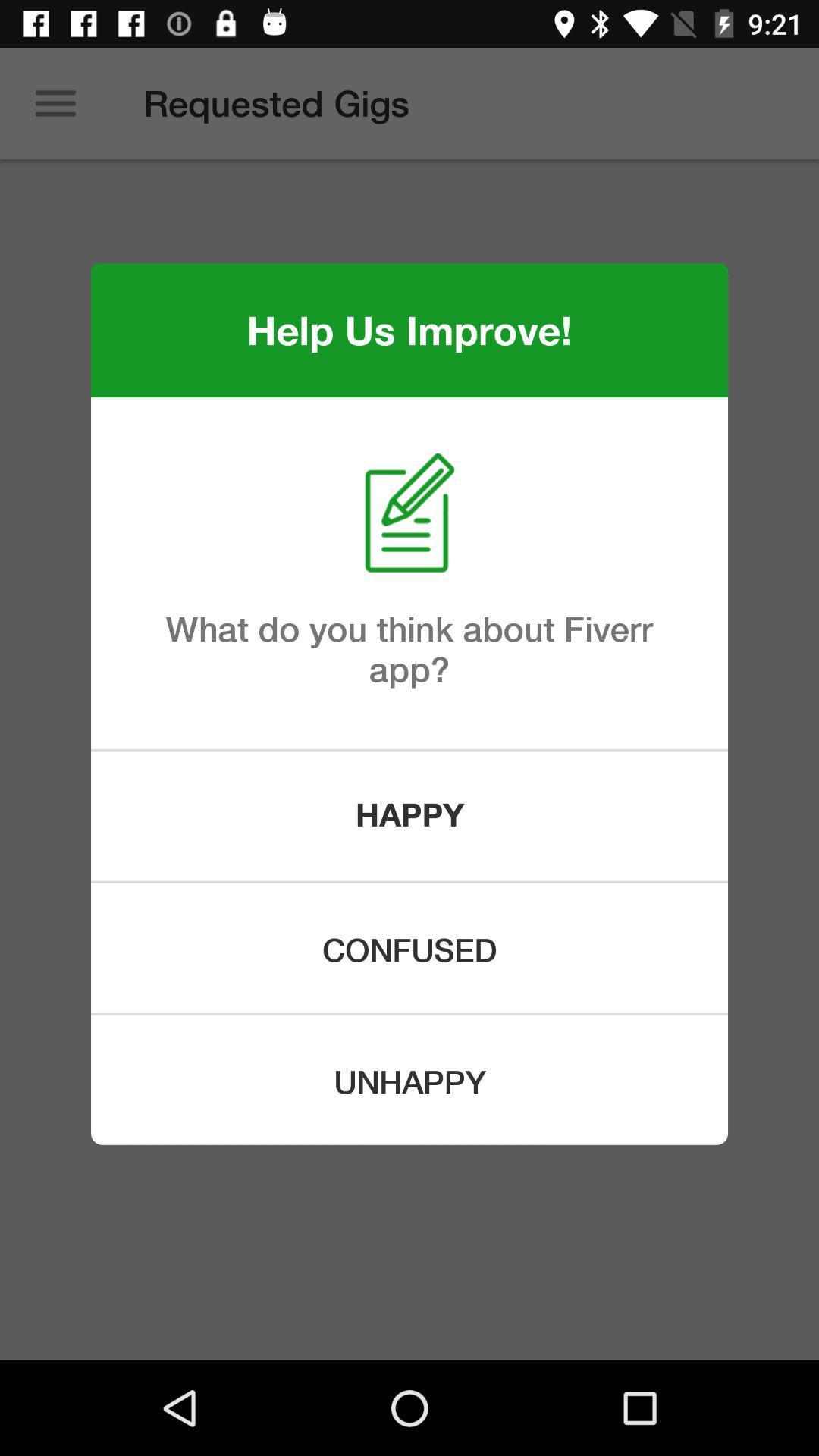  What do you see at coordinates (409, 947) in the screenshot?
I see `the confused` at bounding box center [409, 947].